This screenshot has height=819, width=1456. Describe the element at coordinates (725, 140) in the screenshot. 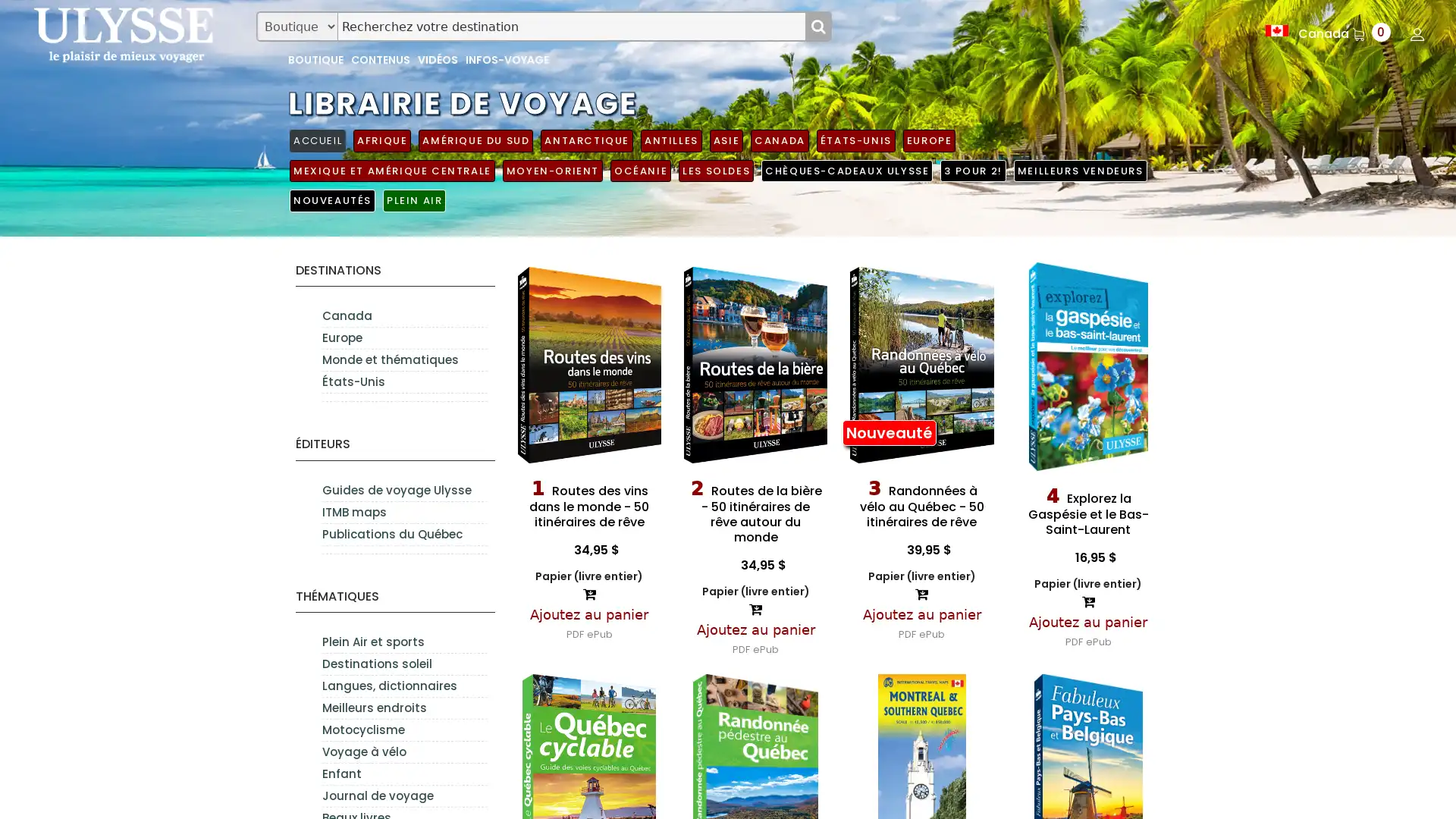

I see `ASIE` at that location.